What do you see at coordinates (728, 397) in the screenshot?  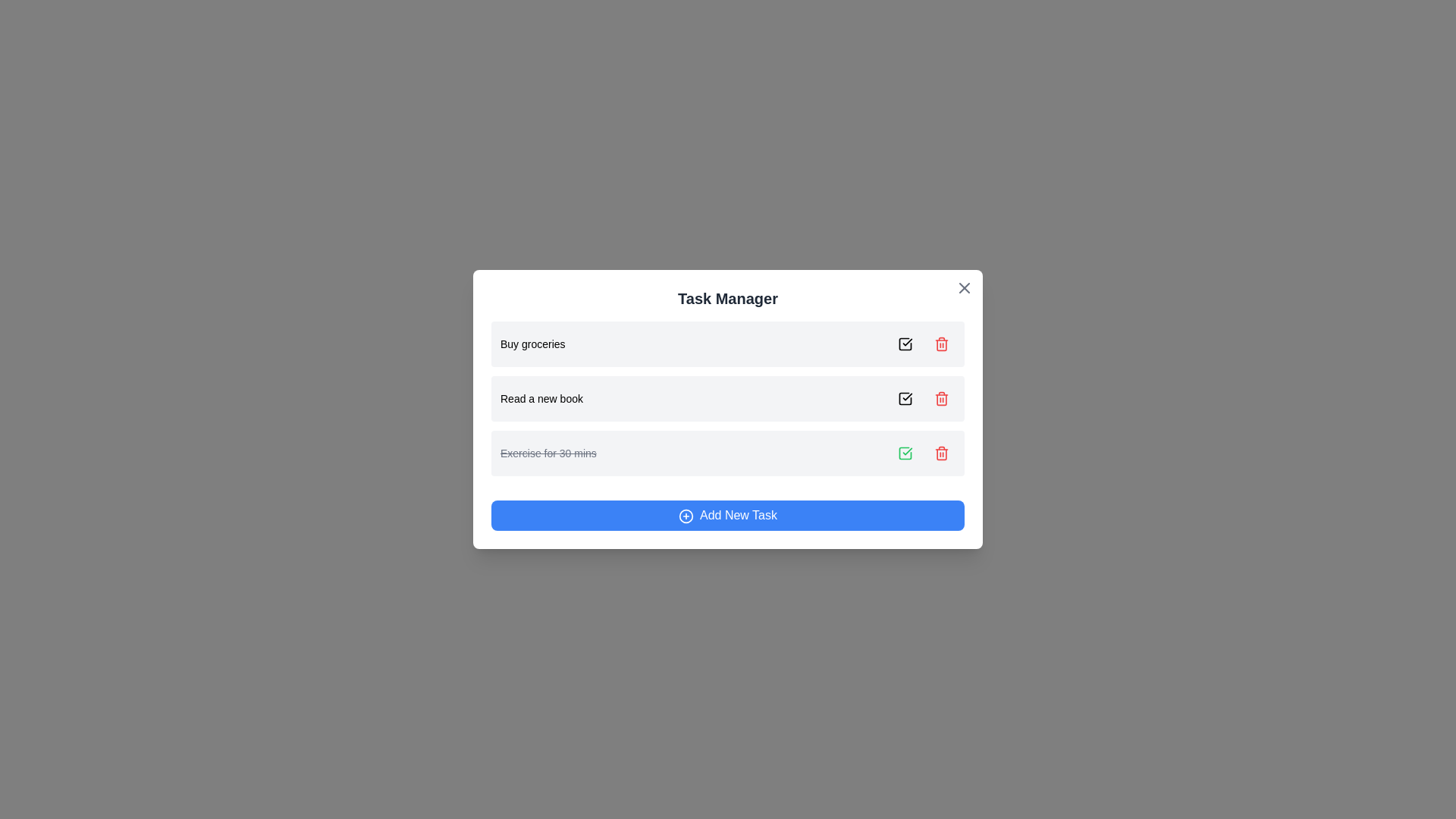 I see `the checkbox of the task list in the Task Manager` at bounding box center [728, 397].